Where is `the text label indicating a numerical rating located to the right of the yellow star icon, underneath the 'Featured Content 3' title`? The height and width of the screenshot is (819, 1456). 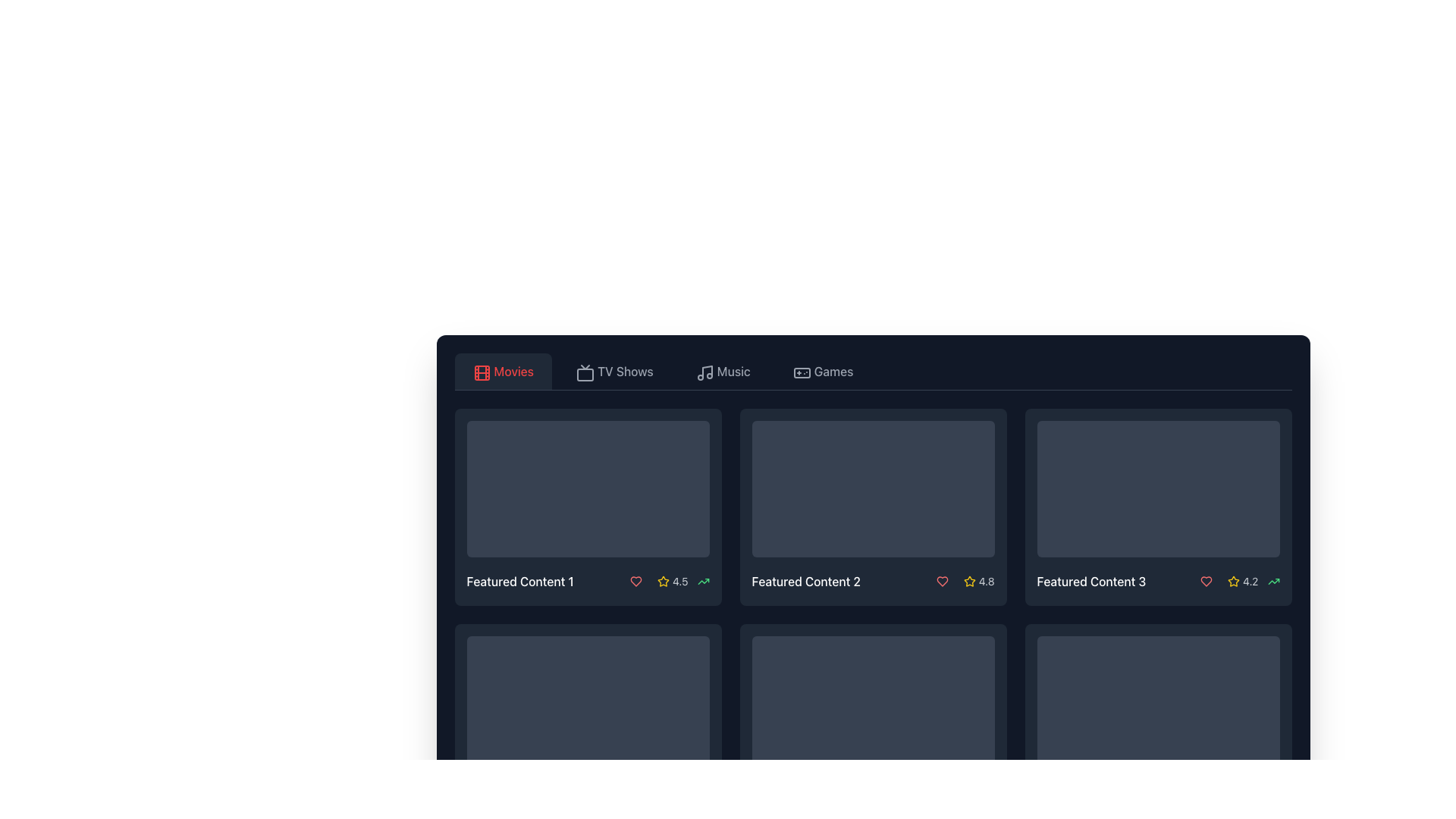
the text label indicating a numerical rating located to the right of the yellow star icon, underneath the 'Featured Content 3' title is located at coordinates (1250, 581).